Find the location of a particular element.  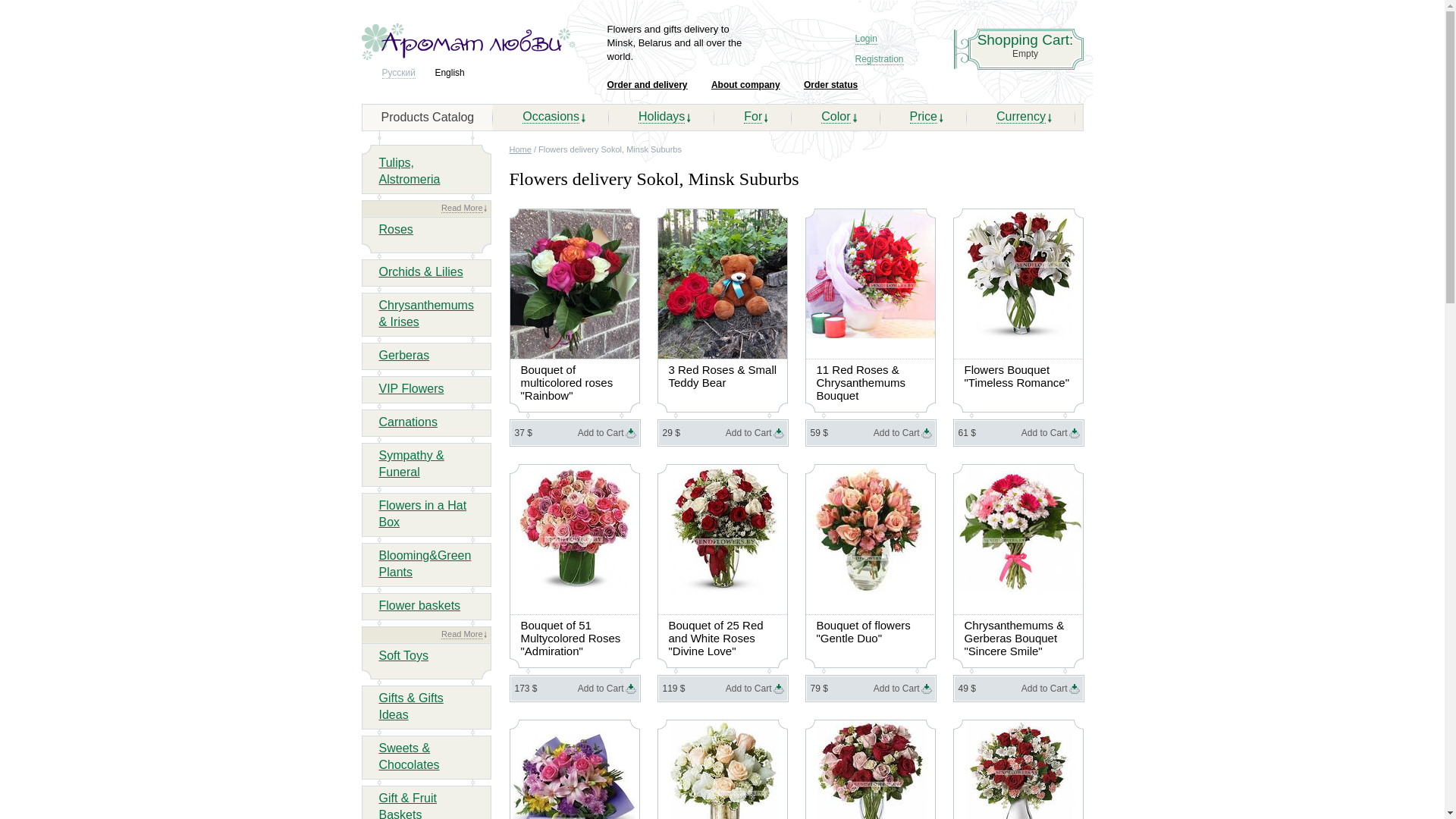

'Read More' is located at coordinates (461, 208).